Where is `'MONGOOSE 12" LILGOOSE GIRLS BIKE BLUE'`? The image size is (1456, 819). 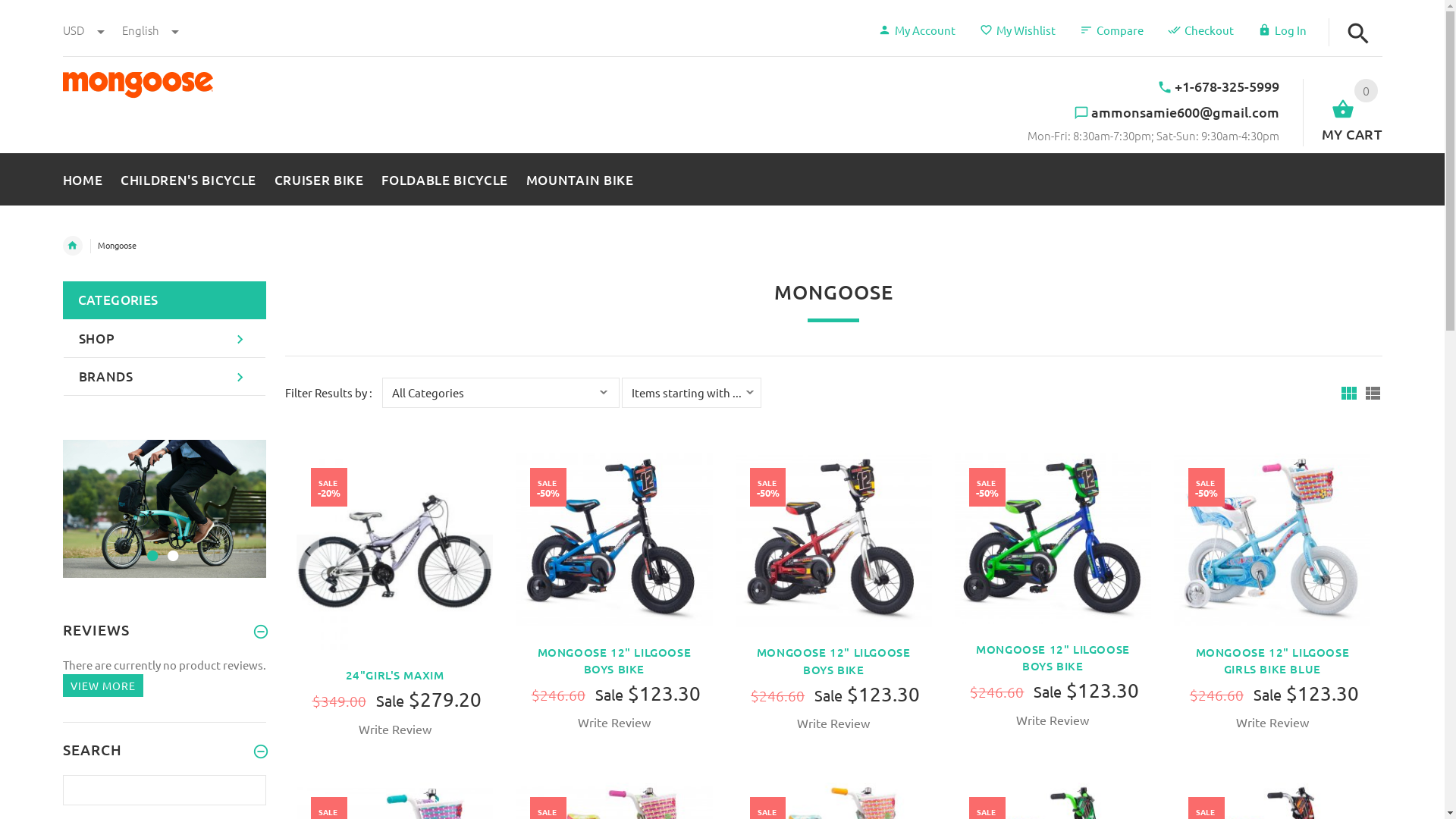
'MONGOOSE 12" LILGOOSE GIRLS BIKE BLUE' is located at coordinates (1272, 660).